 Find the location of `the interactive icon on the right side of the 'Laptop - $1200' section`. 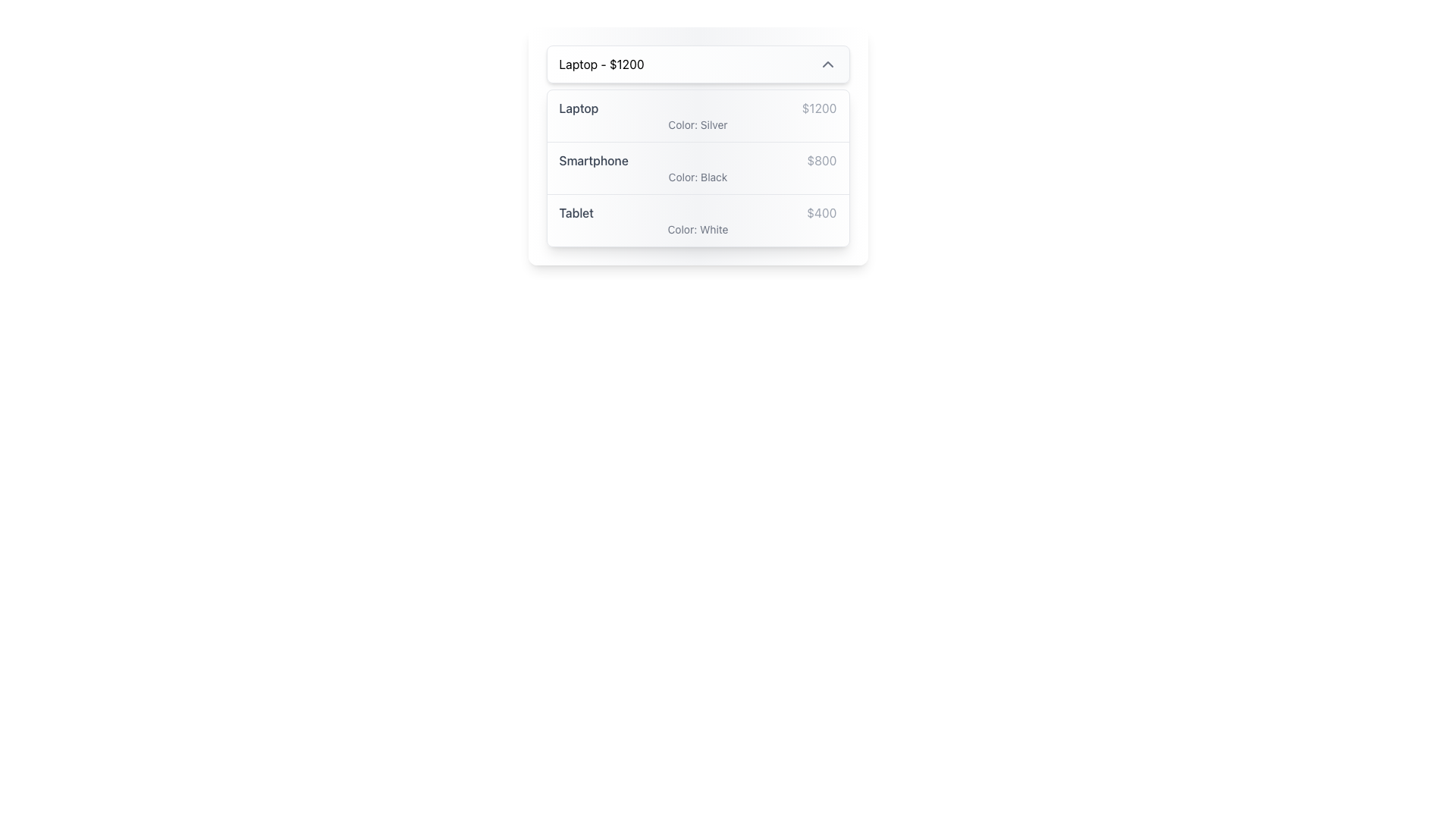

the interactive icon on the right side of the 'Laptop - $1200' section is located at coordinates (827, 63).